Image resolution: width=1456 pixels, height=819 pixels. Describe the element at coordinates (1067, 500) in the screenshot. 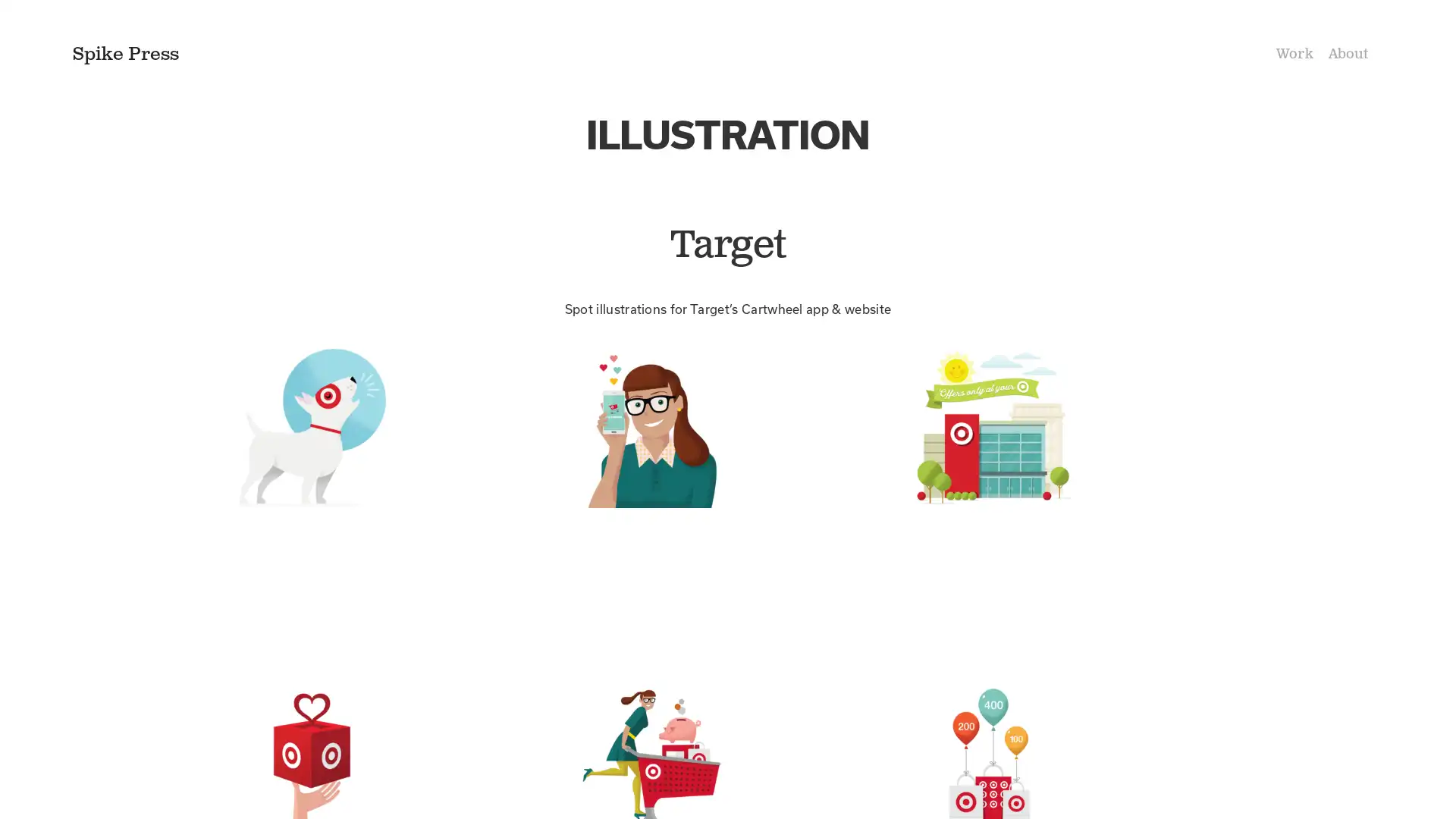

I see `View fullsize 03.png` at that location.